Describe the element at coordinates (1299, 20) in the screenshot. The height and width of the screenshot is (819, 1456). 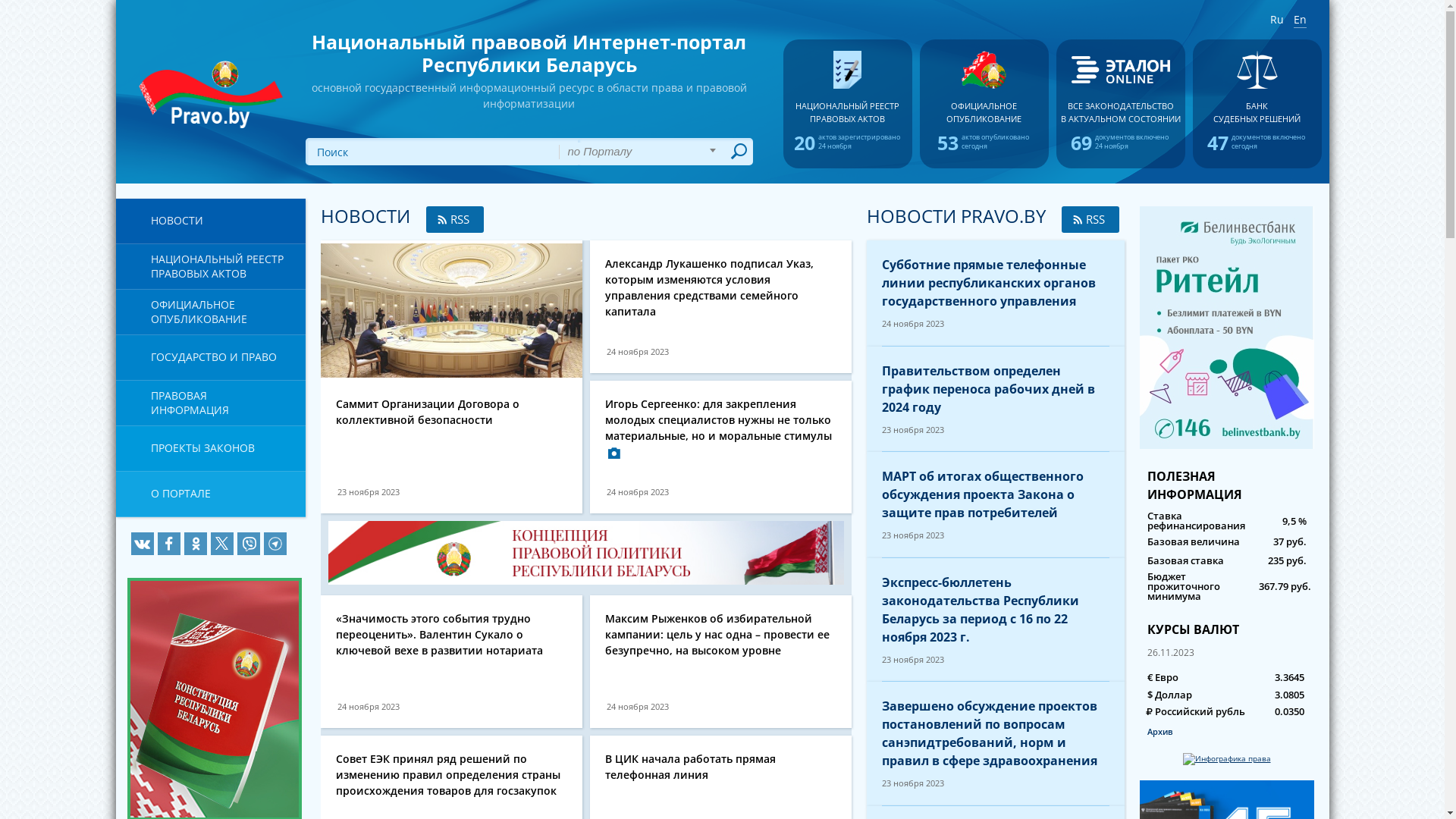
I see `'En'` at that location.